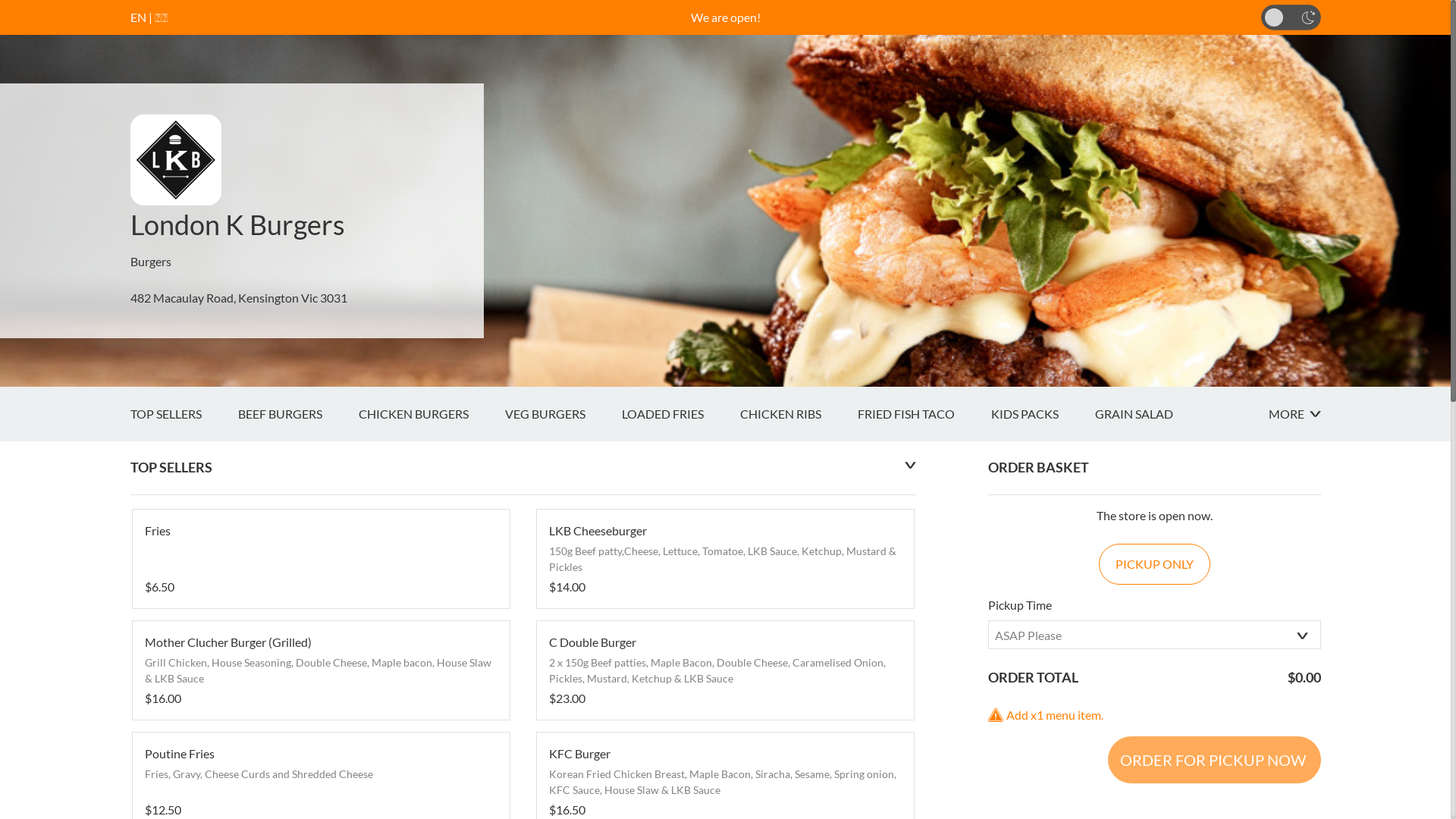 The width and height of the screenshot is (1456, 819). What do you see at coordinates (1106, 760) in the screenshot?
I see `'ORDER FOR PICKUP NOW '` at bounding box center [1106, 760].